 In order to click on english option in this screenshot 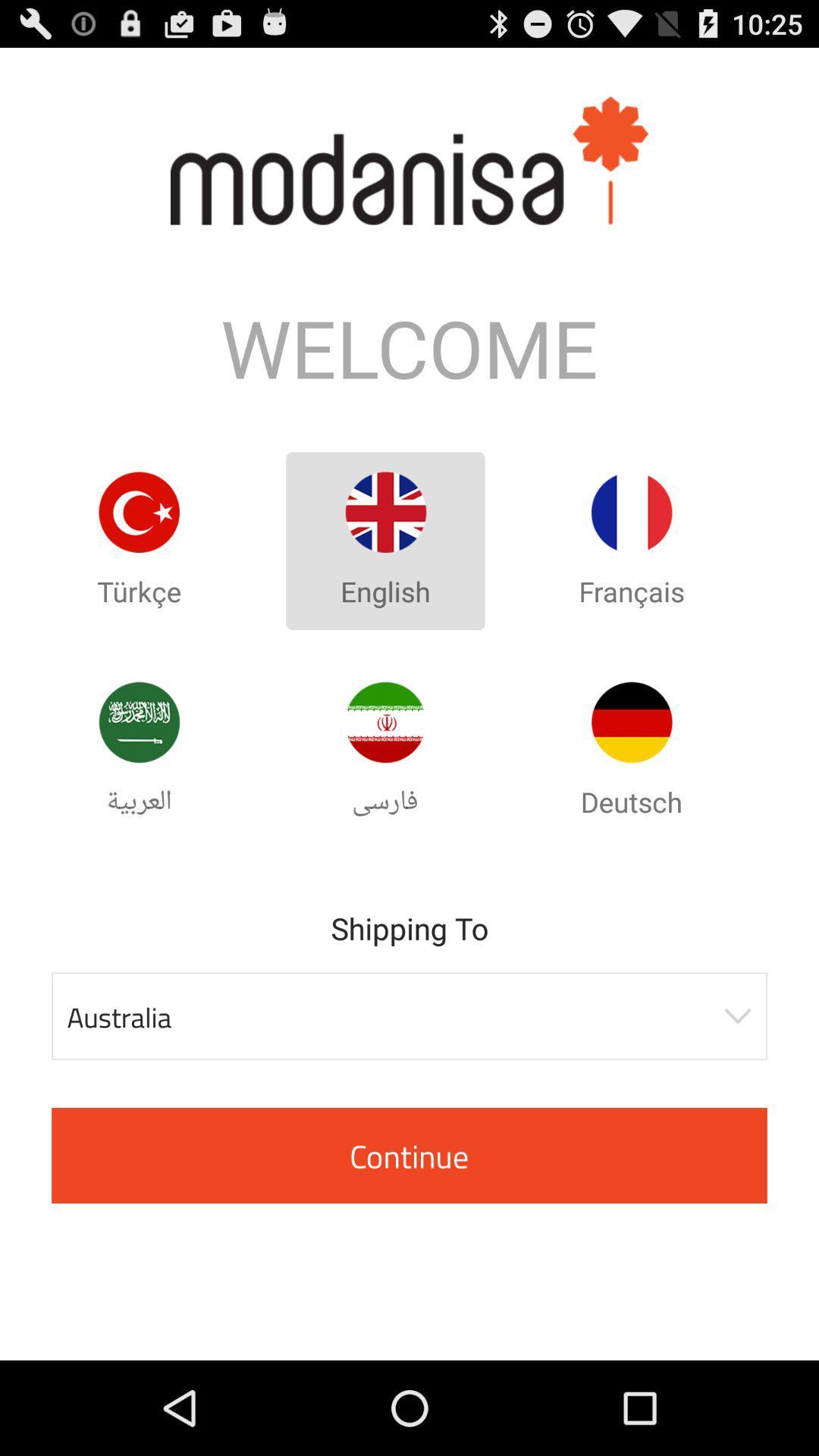, I will do `click(384, 512)`.